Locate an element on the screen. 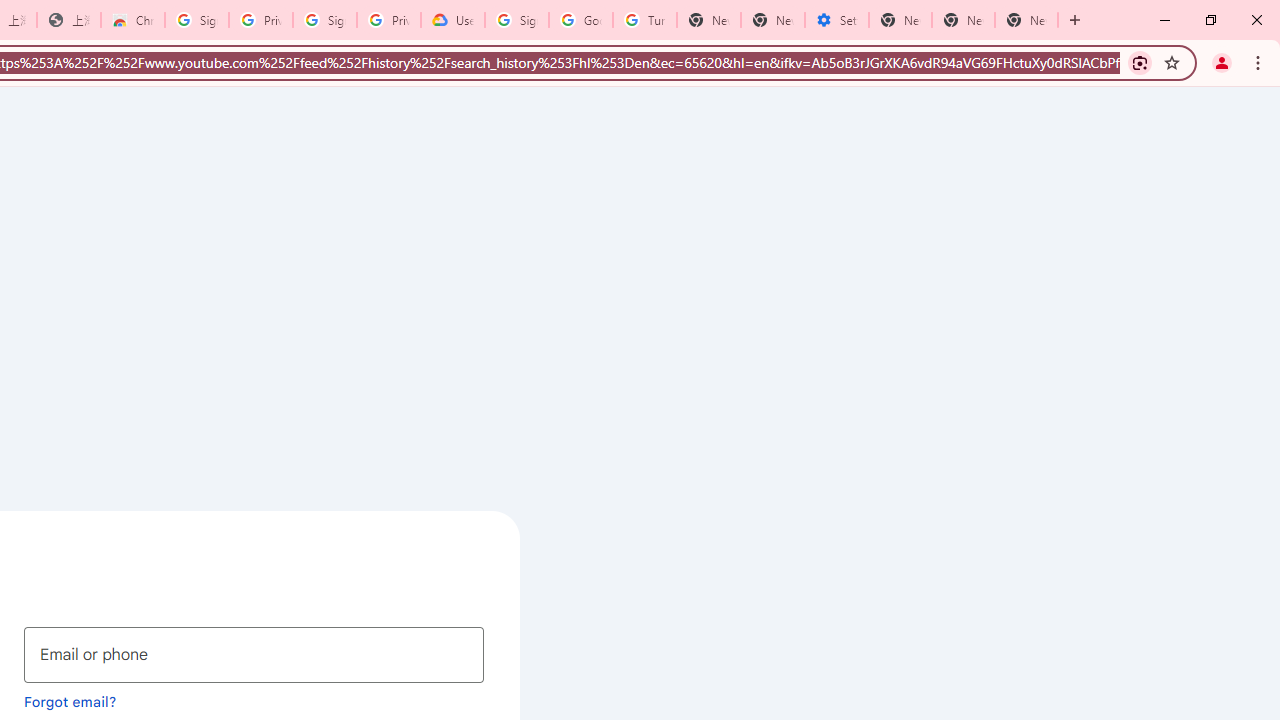  'Sign in - Google Accounts' is located at coordinates (197, 20).